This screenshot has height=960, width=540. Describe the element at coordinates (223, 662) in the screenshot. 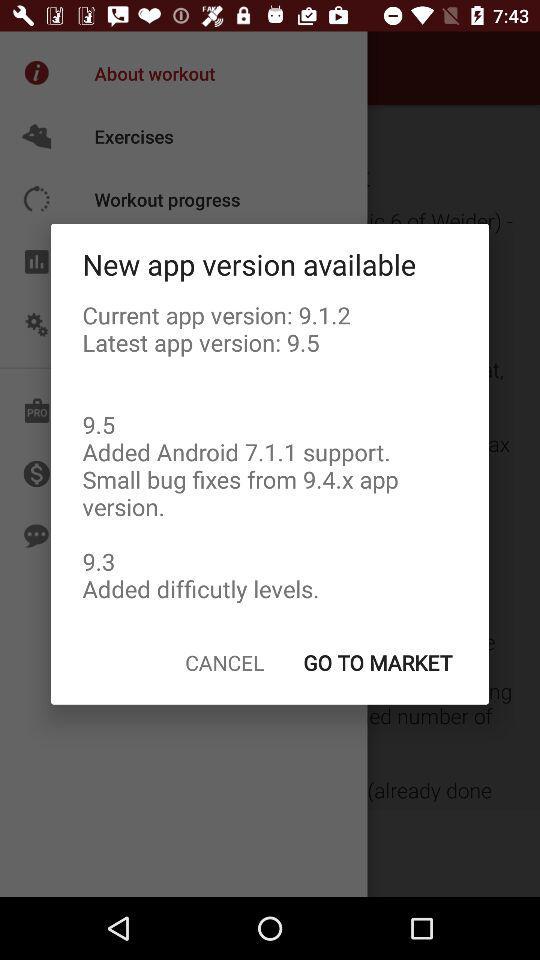

I see `the item next to go to market item` at that location.